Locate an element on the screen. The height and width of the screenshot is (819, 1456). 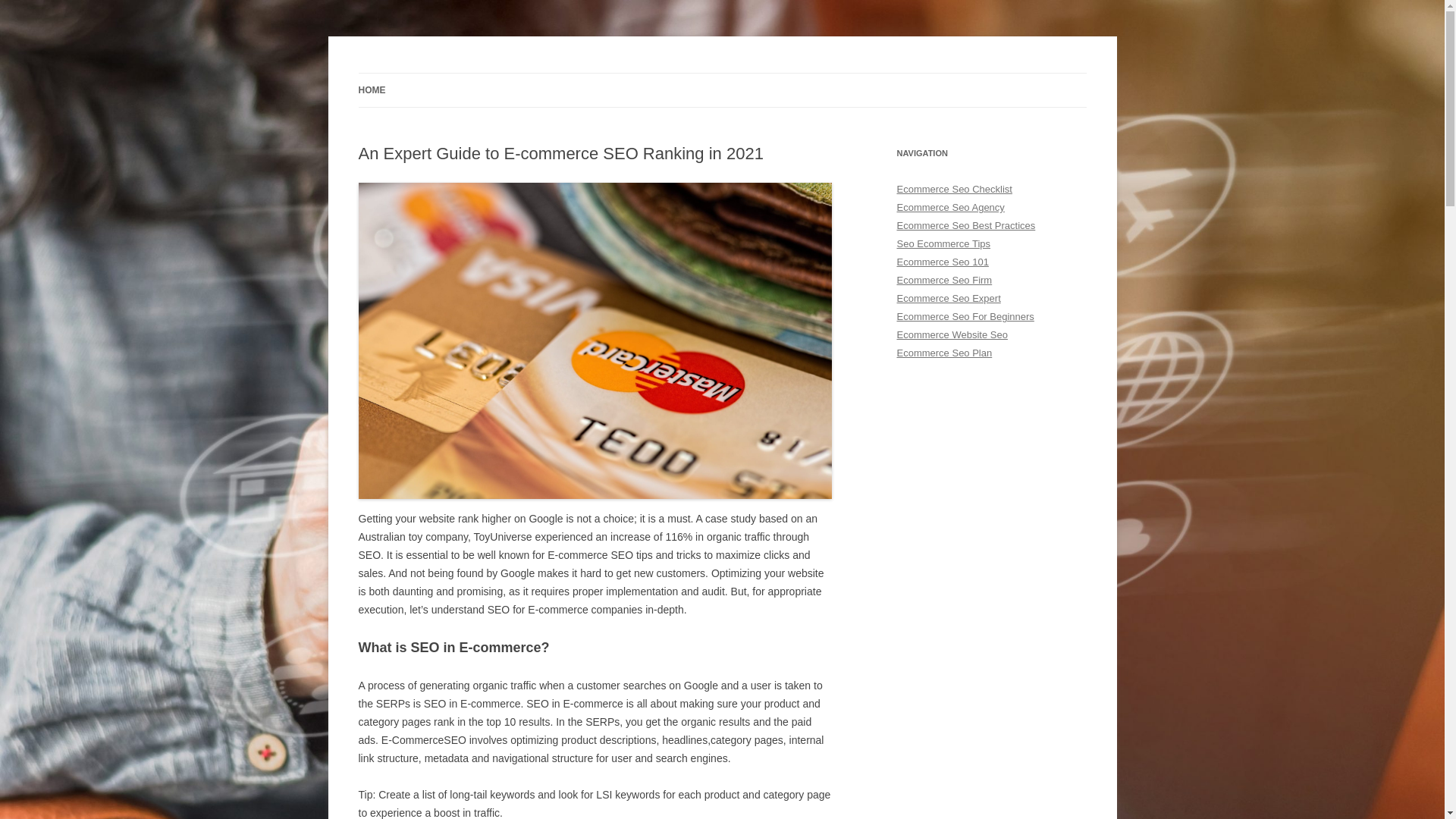
'Ecommerce Seo Agency' is located at coordinates (949, 207).